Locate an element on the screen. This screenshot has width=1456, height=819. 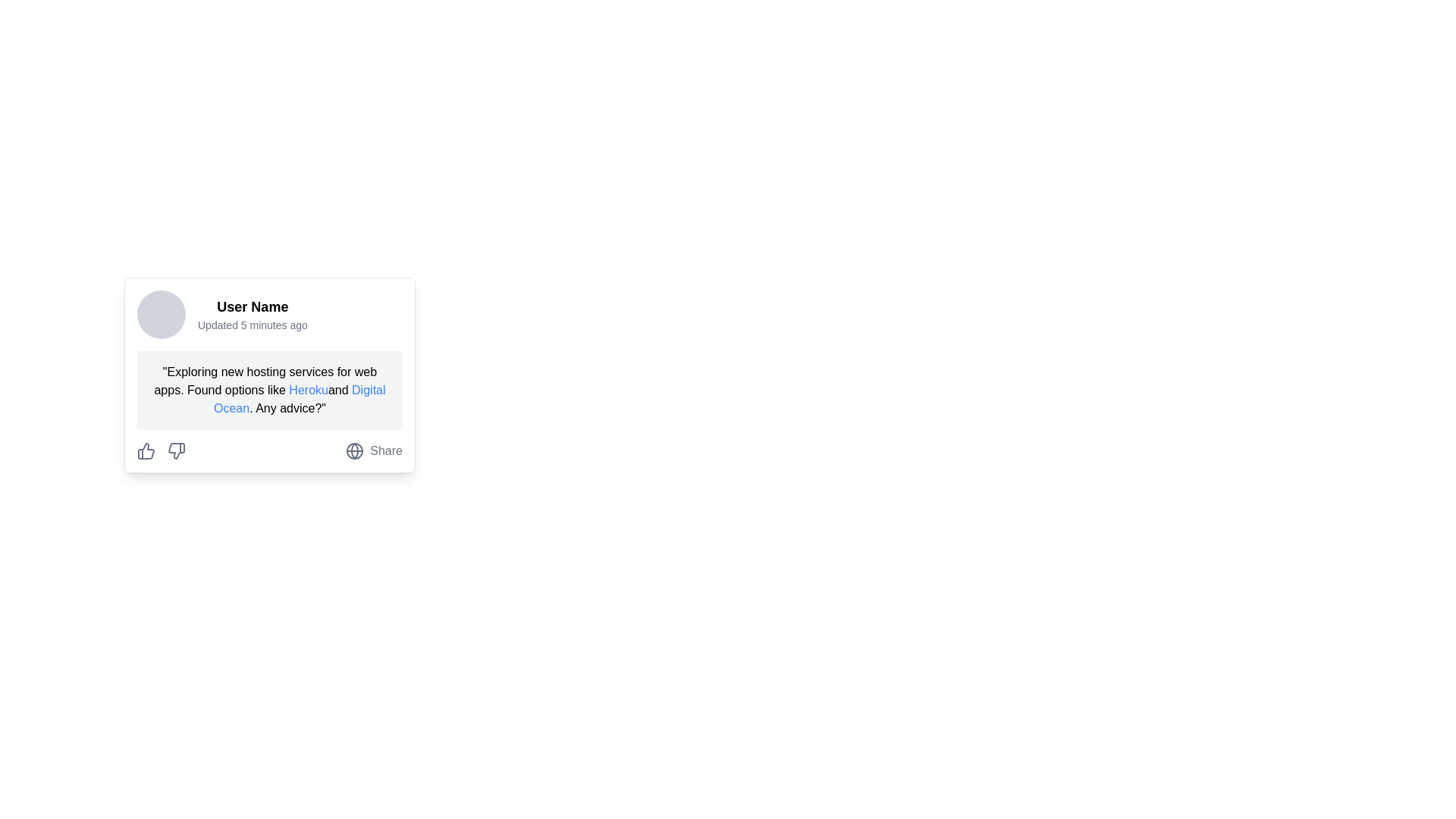
the 'Share' text label, which is styled in gray and turns green on hover, located in the bottom-right corner of the post card next to a globe icon is located at coordinates (386, 450).